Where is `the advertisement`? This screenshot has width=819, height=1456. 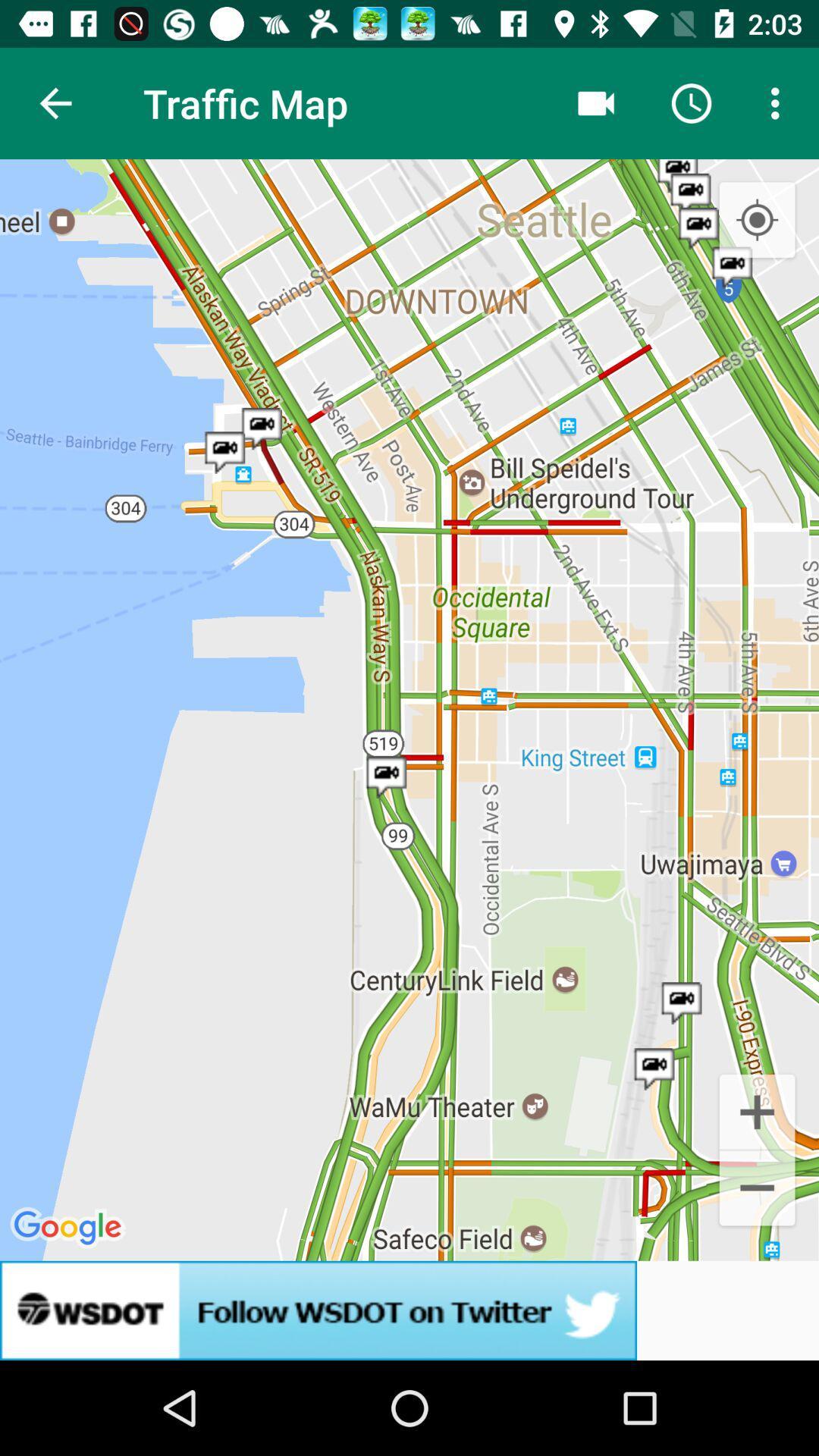
the advertisement is located at coordinates (409, 1310).